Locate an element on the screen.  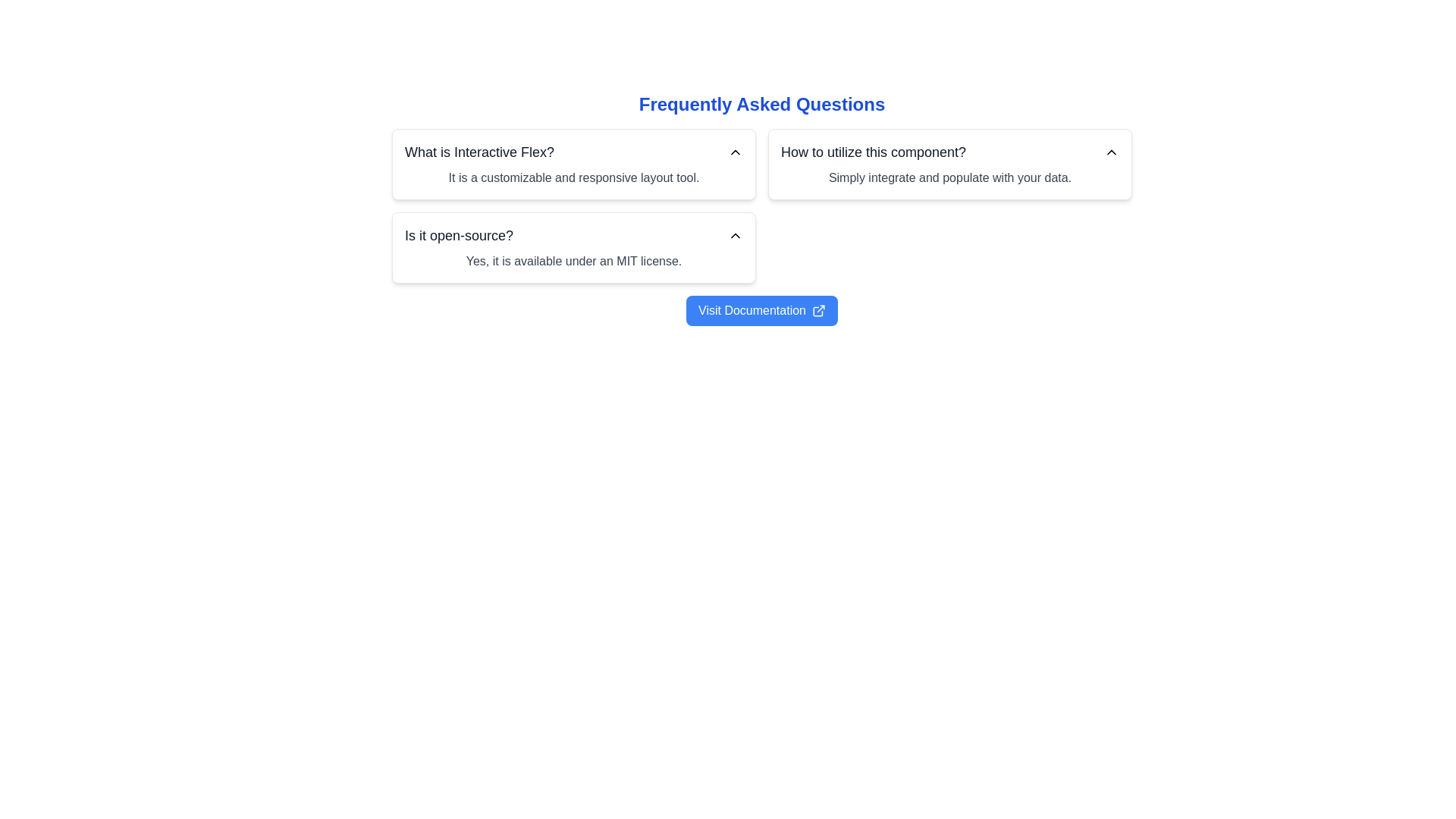
the text label that reads 'What is Interactive Flex?' located in the top-left section of the FAQ layout within the first card of the left column is located at coordinates (479, 152).